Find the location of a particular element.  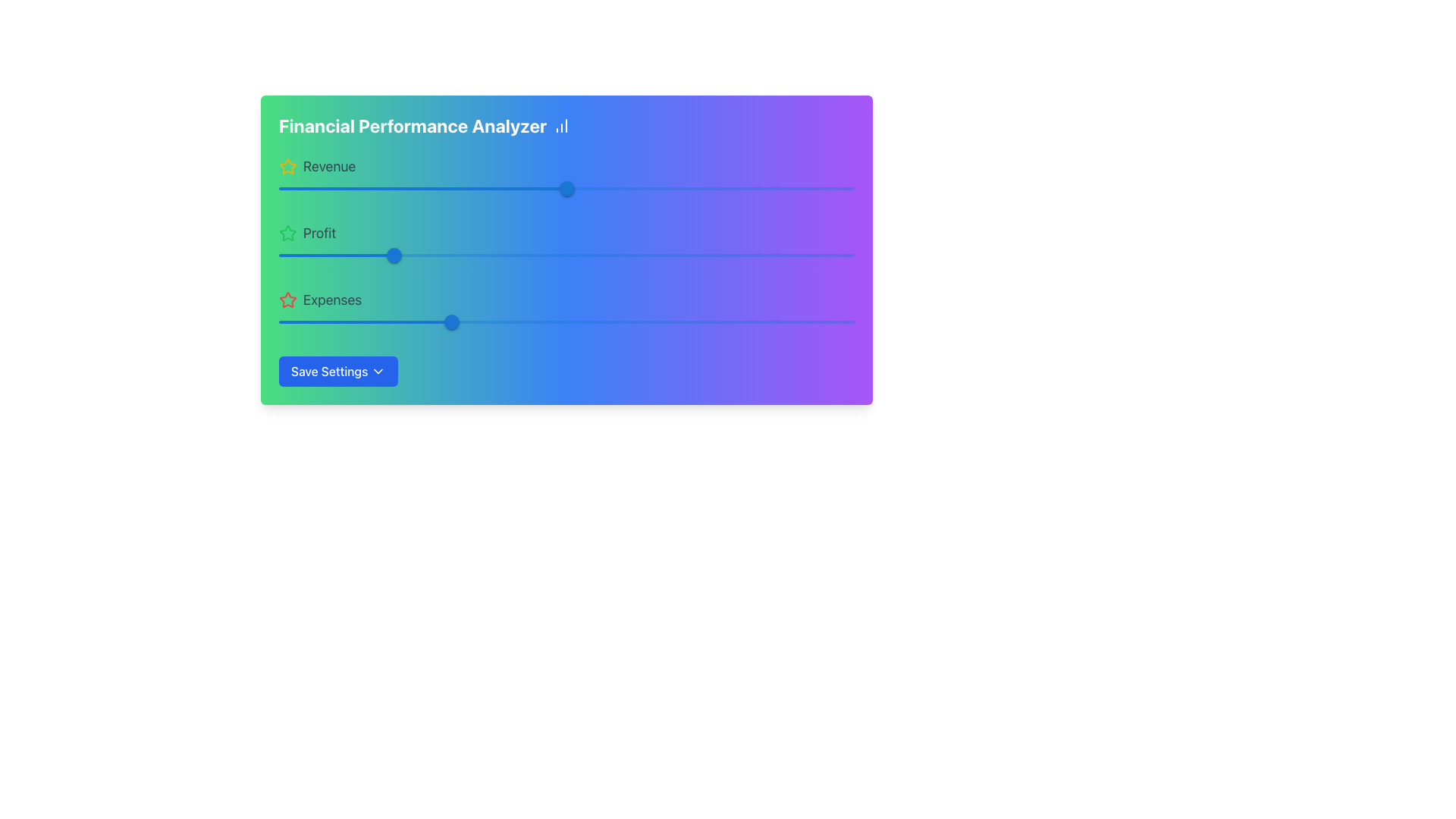

the Expenses slider is located at coordinates (613, 321).